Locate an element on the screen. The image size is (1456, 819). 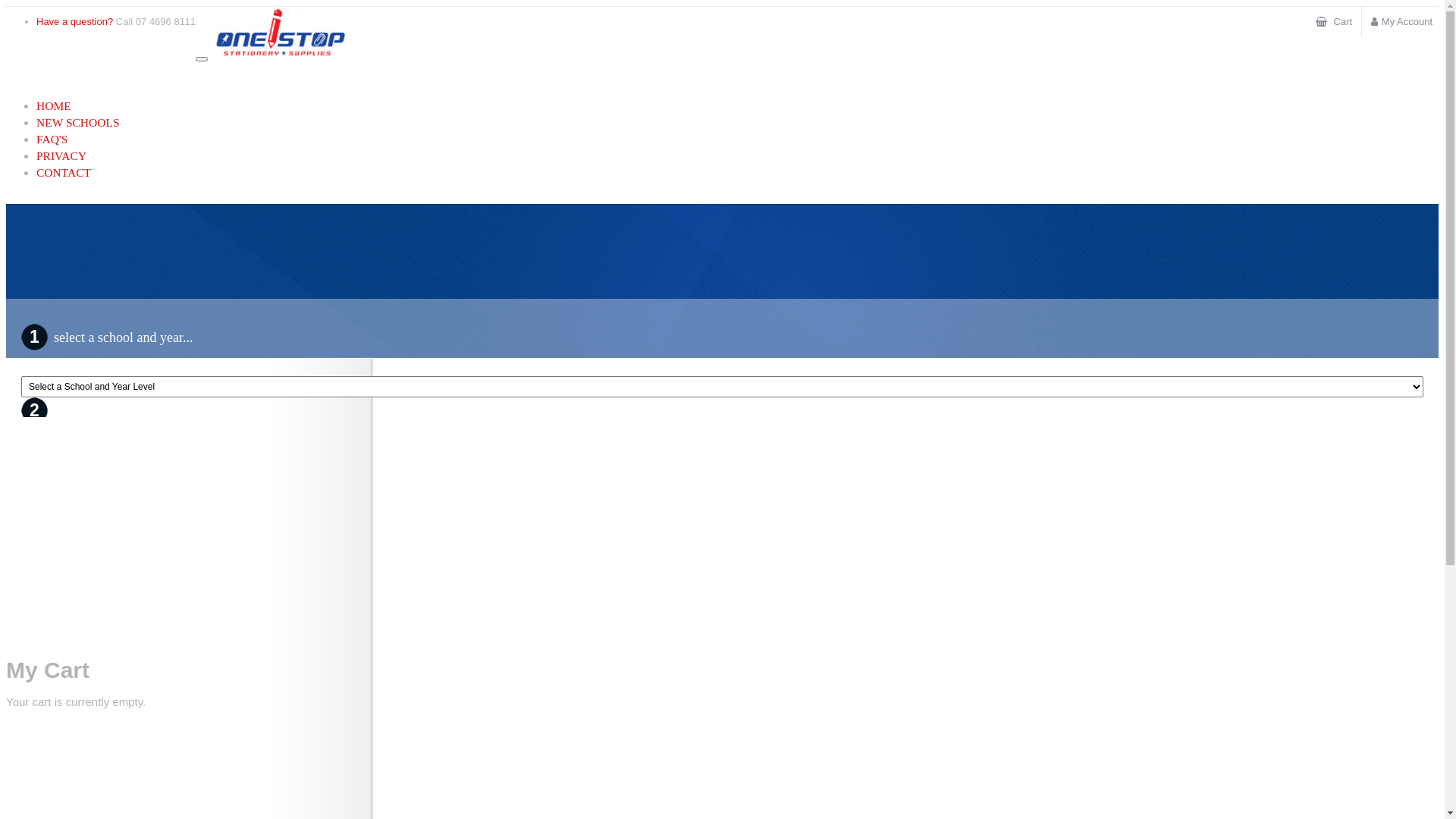
'Cart' is located at coordinates (1332, 22).